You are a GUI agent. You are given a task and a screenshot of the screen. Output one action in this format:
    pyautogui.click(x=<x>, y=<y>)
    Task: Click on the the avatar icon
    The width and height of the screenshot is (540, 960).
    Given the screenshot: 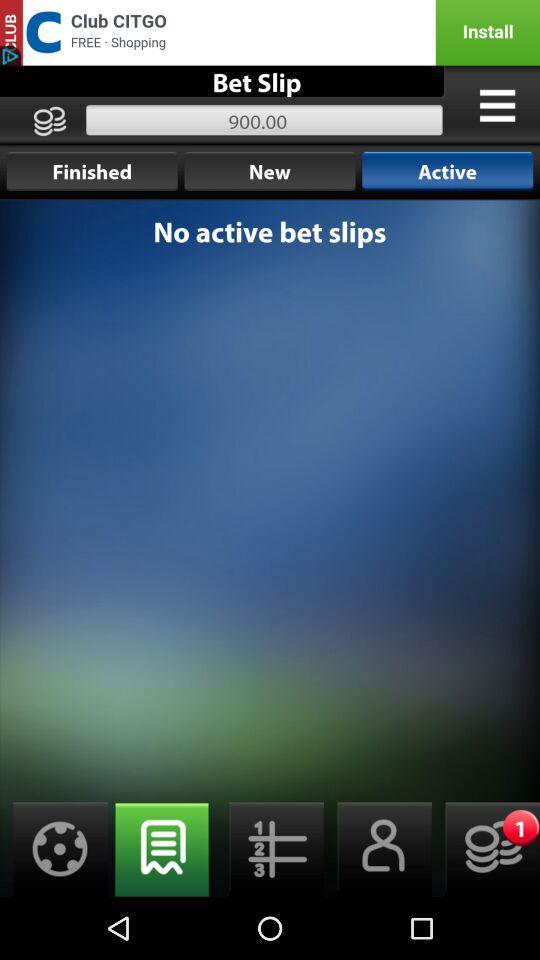 What is the action you would take?
    pyautogui.click(x=378, y=909)
    